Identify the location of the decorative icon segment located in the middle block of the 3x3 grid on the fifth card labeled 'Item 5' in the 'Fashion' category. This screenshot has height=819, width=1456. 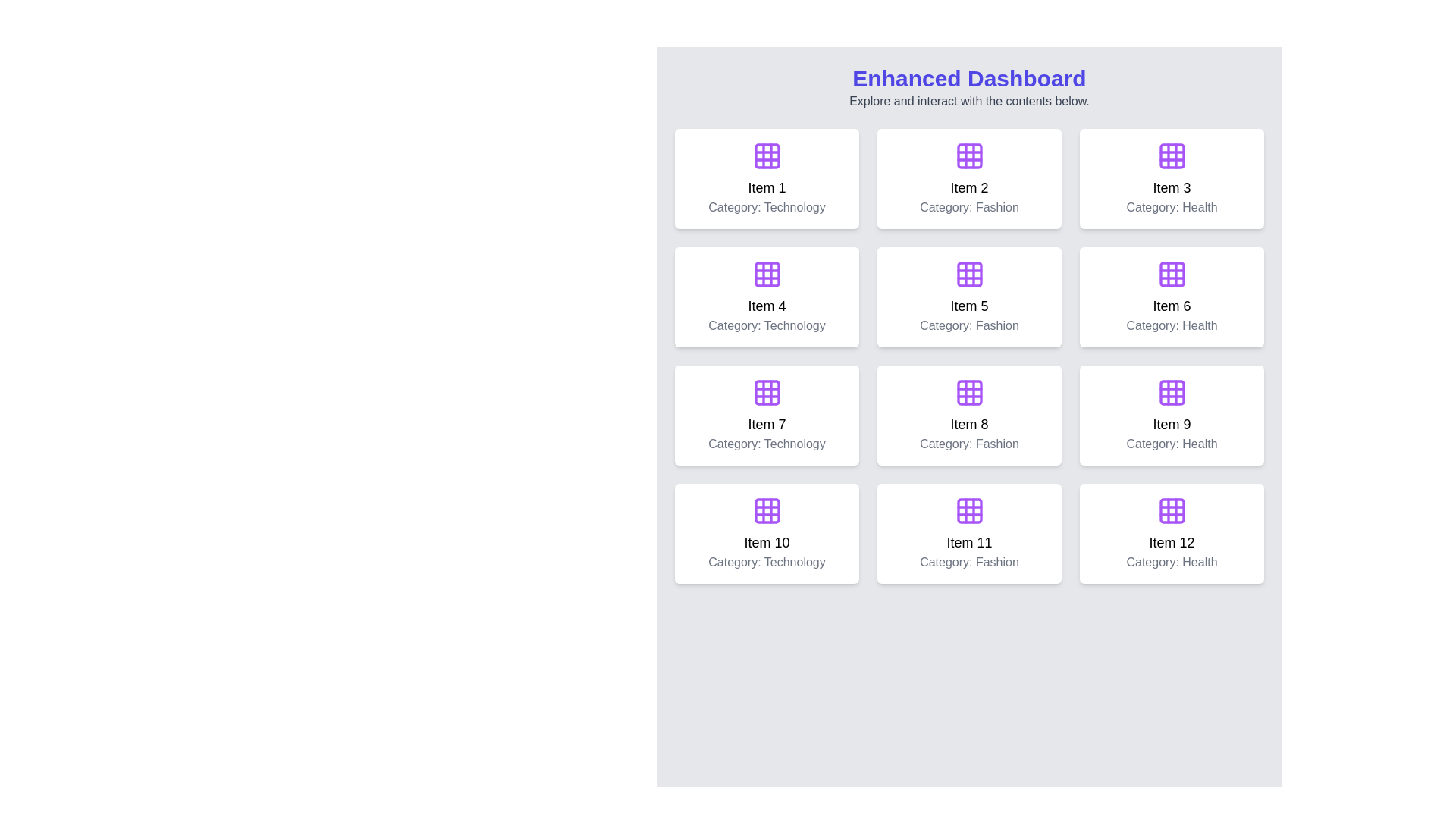
(968, 275).